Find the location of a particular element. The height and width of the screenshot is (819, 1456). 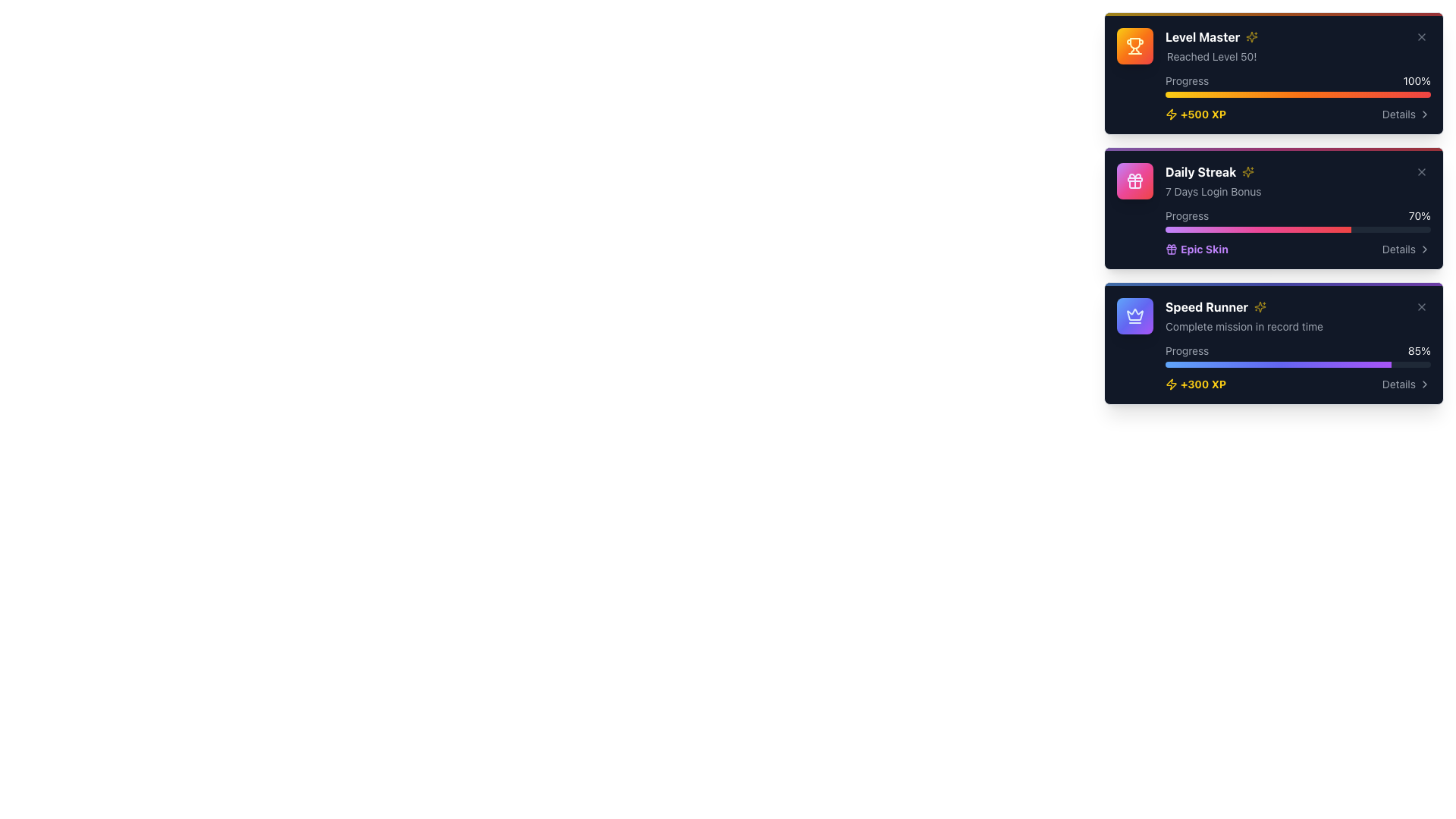

the Chevron Right icon located to the right of the 'Details' text in the second card labeled 'Daily Streak' for visual feedback is located at coordinates (1423, 248).